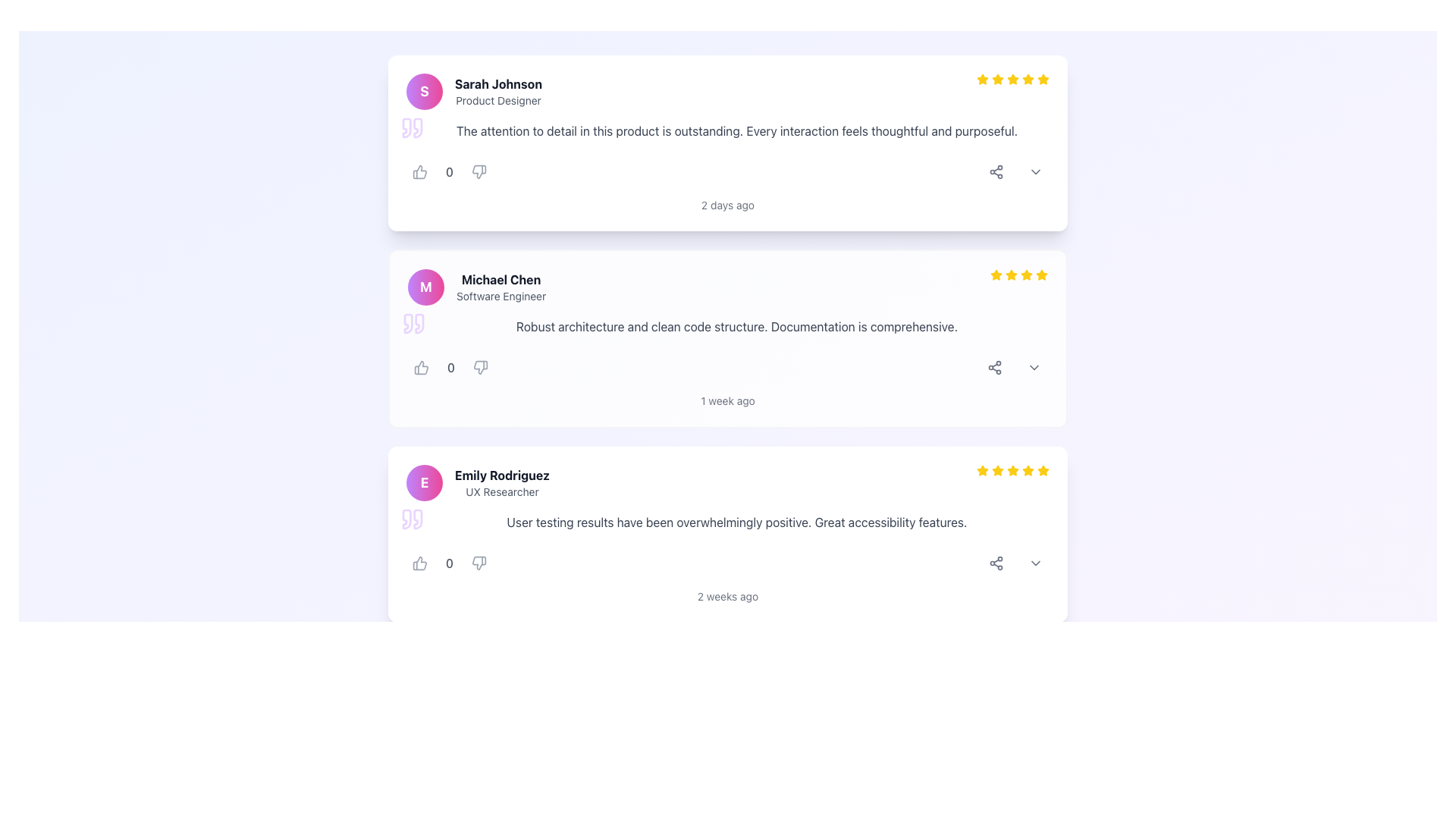 The width and height of the screenshot is (1456, 819). What do you see at coordinates (983, 470) in the screenshot?
I see `the star icon representing the first rating level for 'Sarah Johnson' located at the top-right corner of the card` at bounding box center [983, 470].